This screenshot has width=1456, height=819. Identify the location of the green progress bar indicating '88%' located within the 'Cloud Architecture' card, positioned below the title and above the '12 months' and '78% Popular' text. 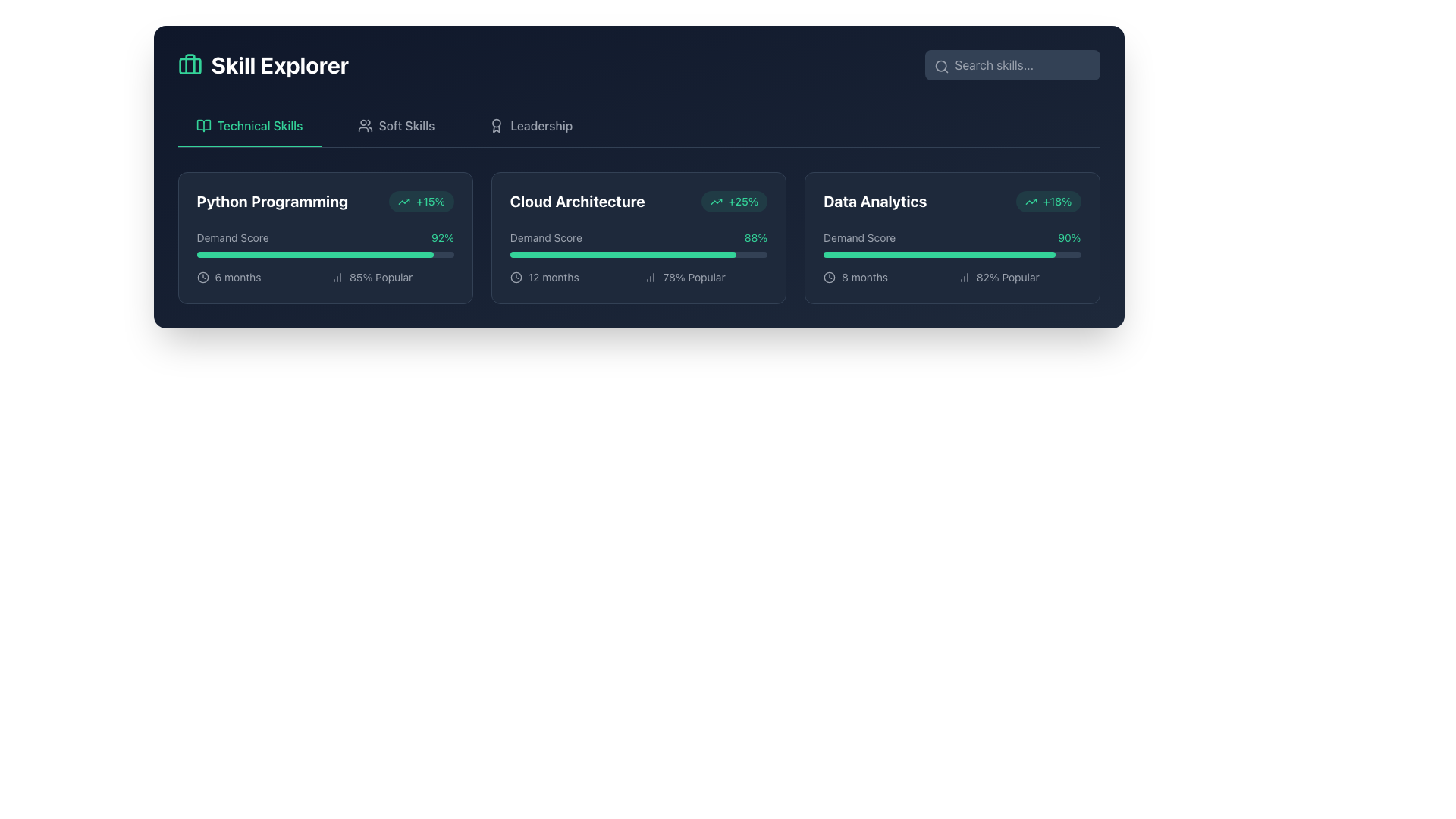
(639, 256).